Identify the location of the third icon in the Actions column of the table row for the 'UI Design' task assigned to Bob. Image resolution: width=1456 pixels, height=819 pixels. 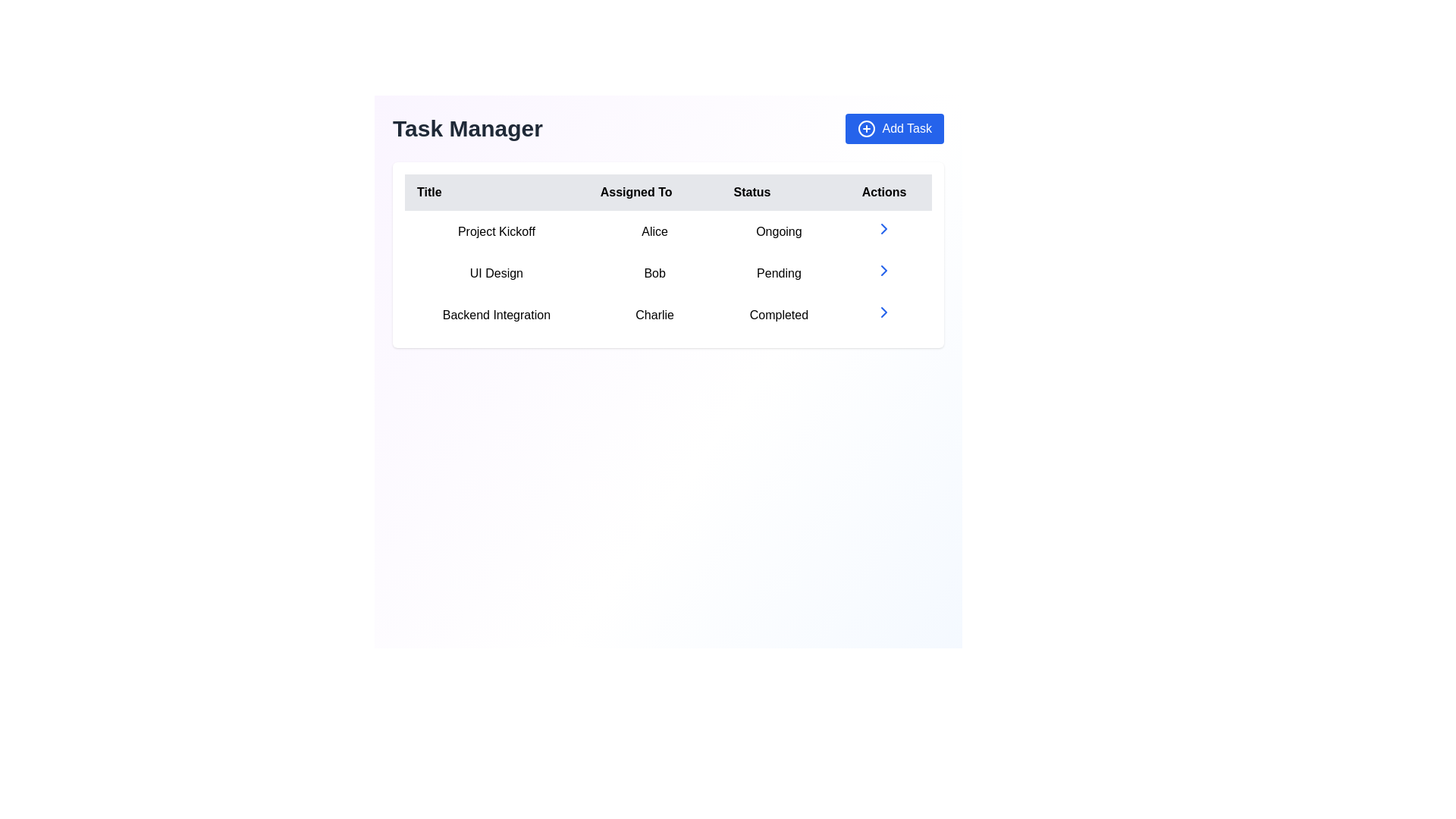
(884, 270).